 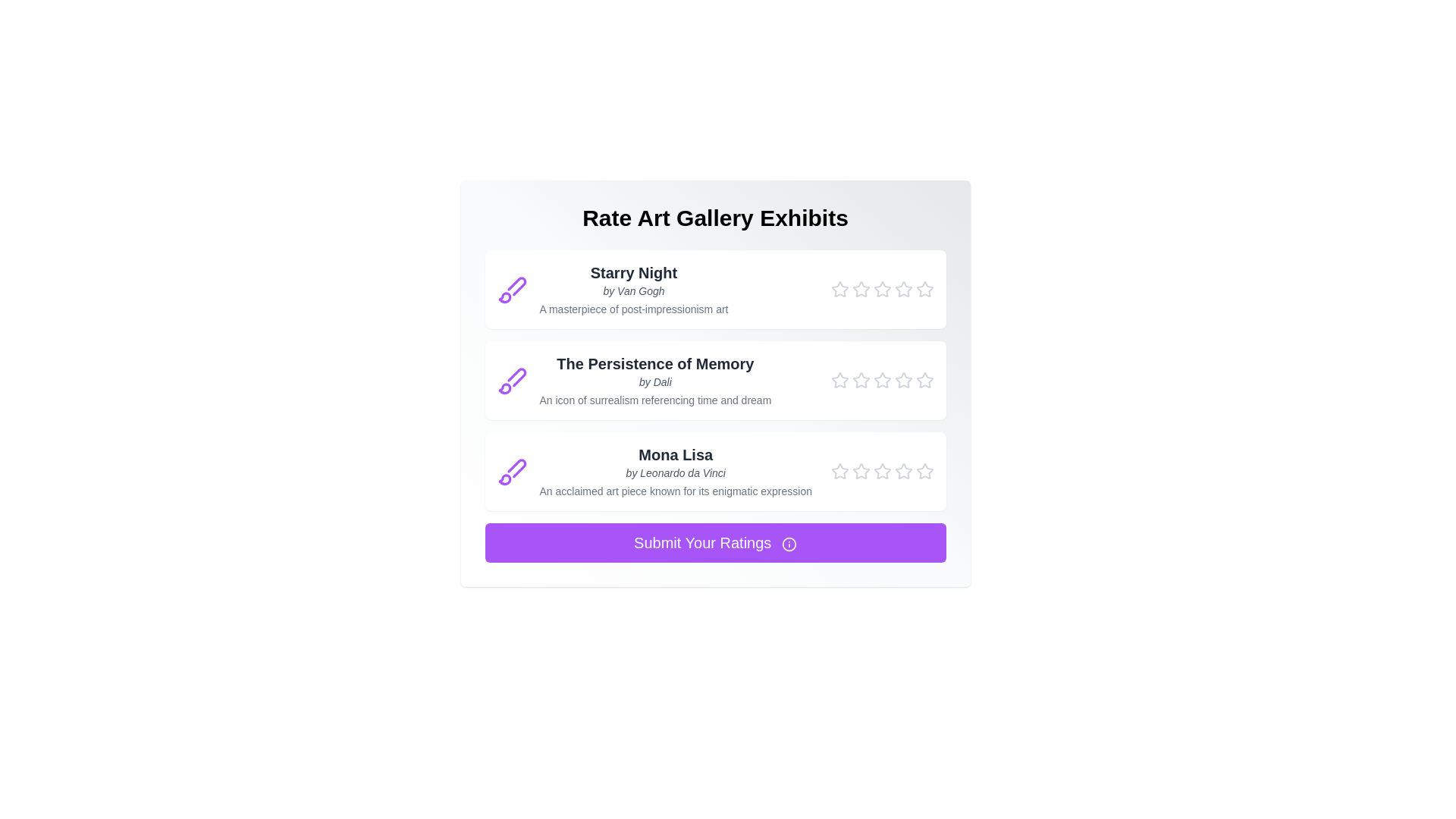 I want to click on the star corresponding to 5 for the painting titled The Persistence of Memory to set its rating, so click(x=924, y=379).